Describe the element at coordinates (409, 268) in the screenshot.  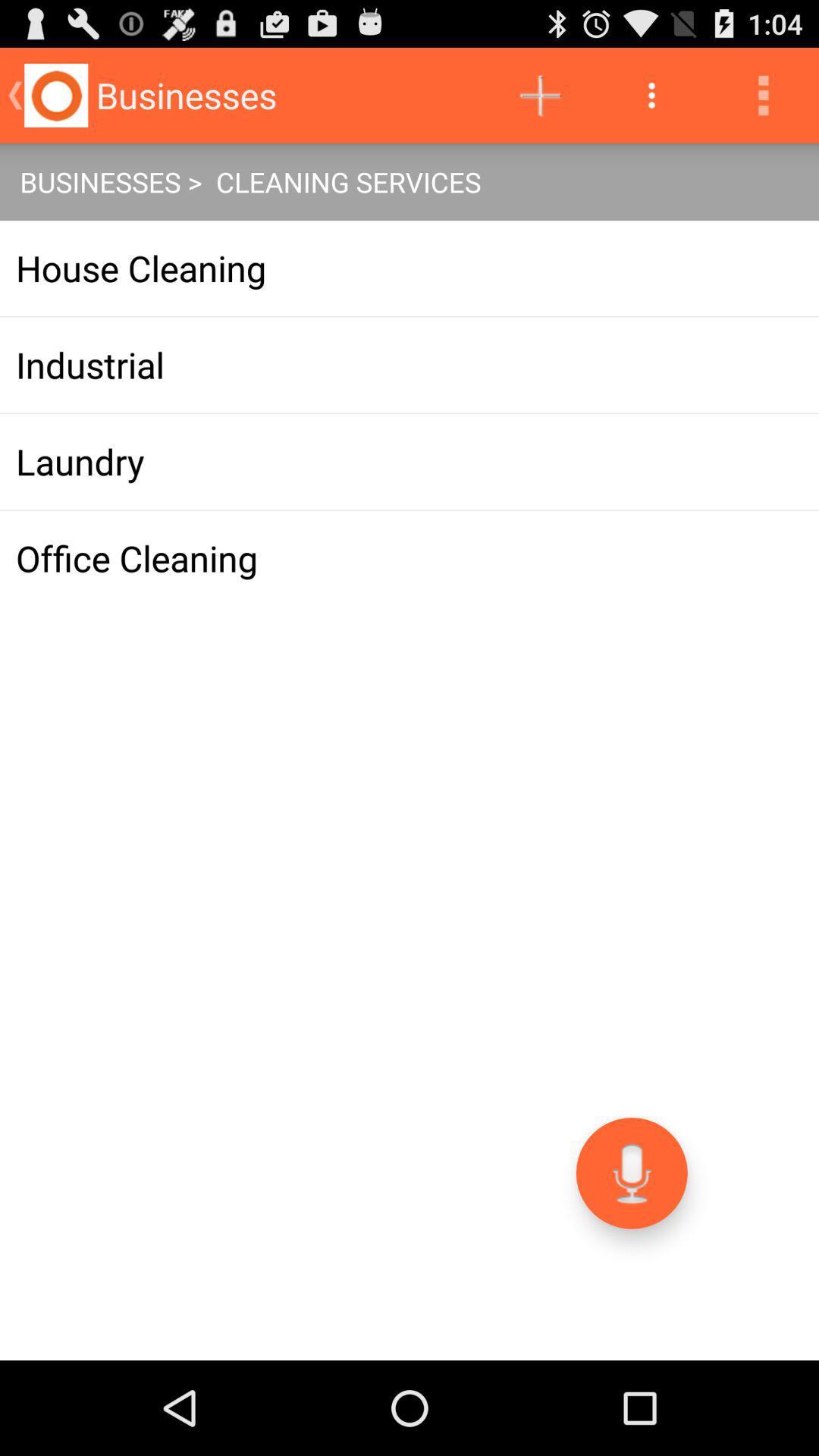
I see `the icon below the businesses >  cleaning services item` at that location.